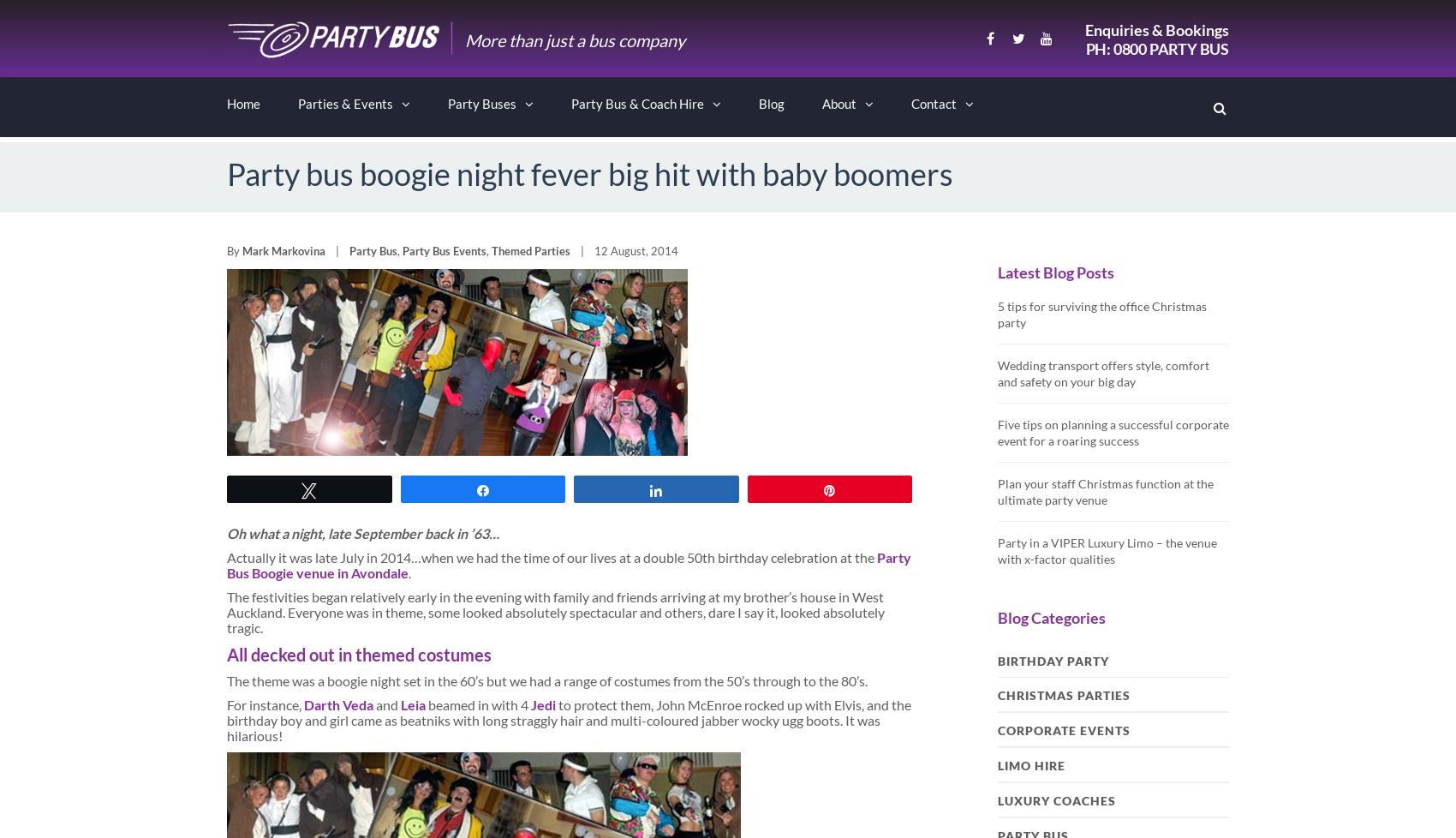  I want to click on 'By', so click(235, 250).